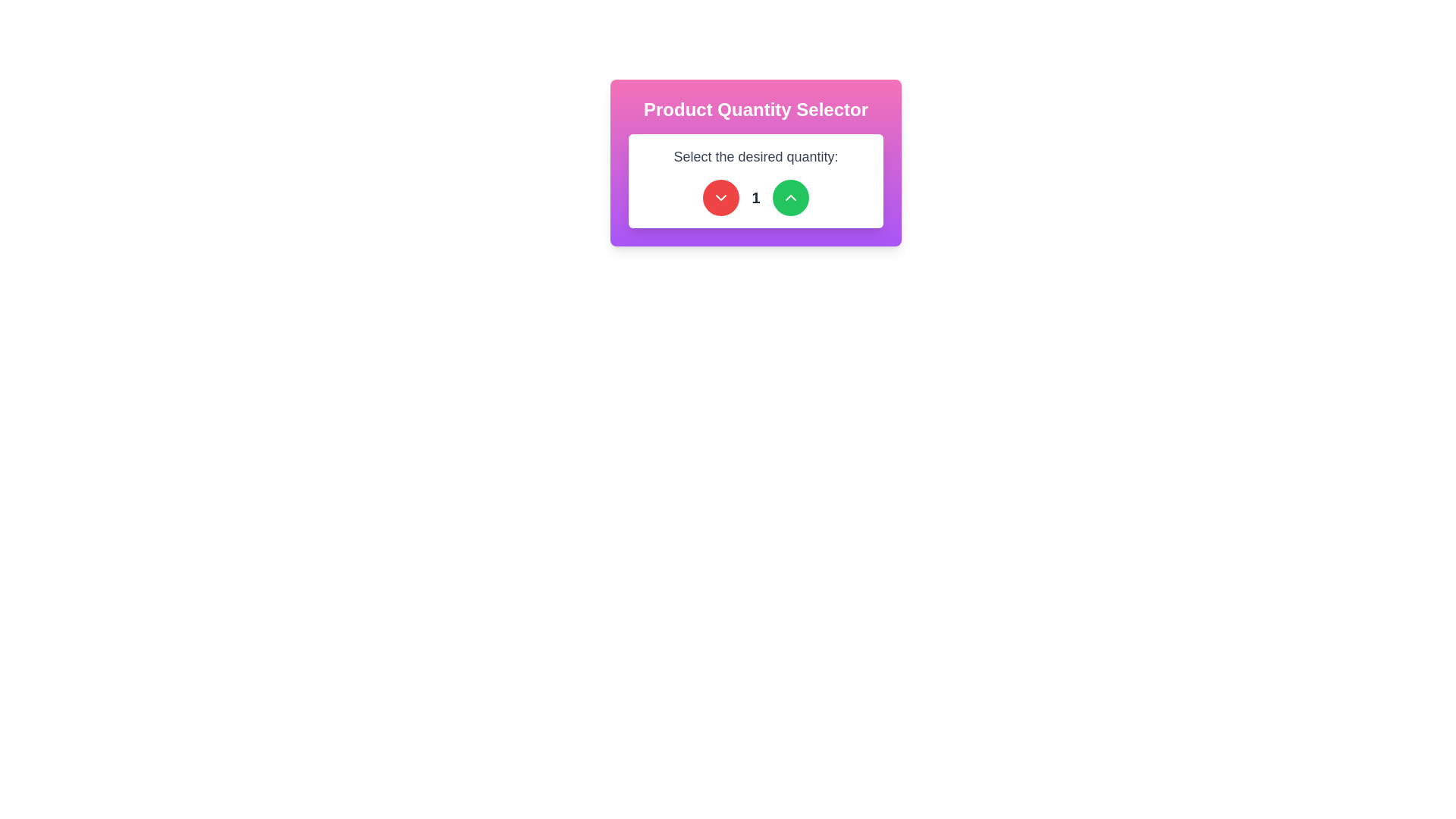 This screenshot has width=1456, height=819. What do you see at coordinates (720, 197) in the screenshot?
I see `the red circular button with a downward-pointing chevron icon located in the product quantity selection section` at bounding box center [720, 197].